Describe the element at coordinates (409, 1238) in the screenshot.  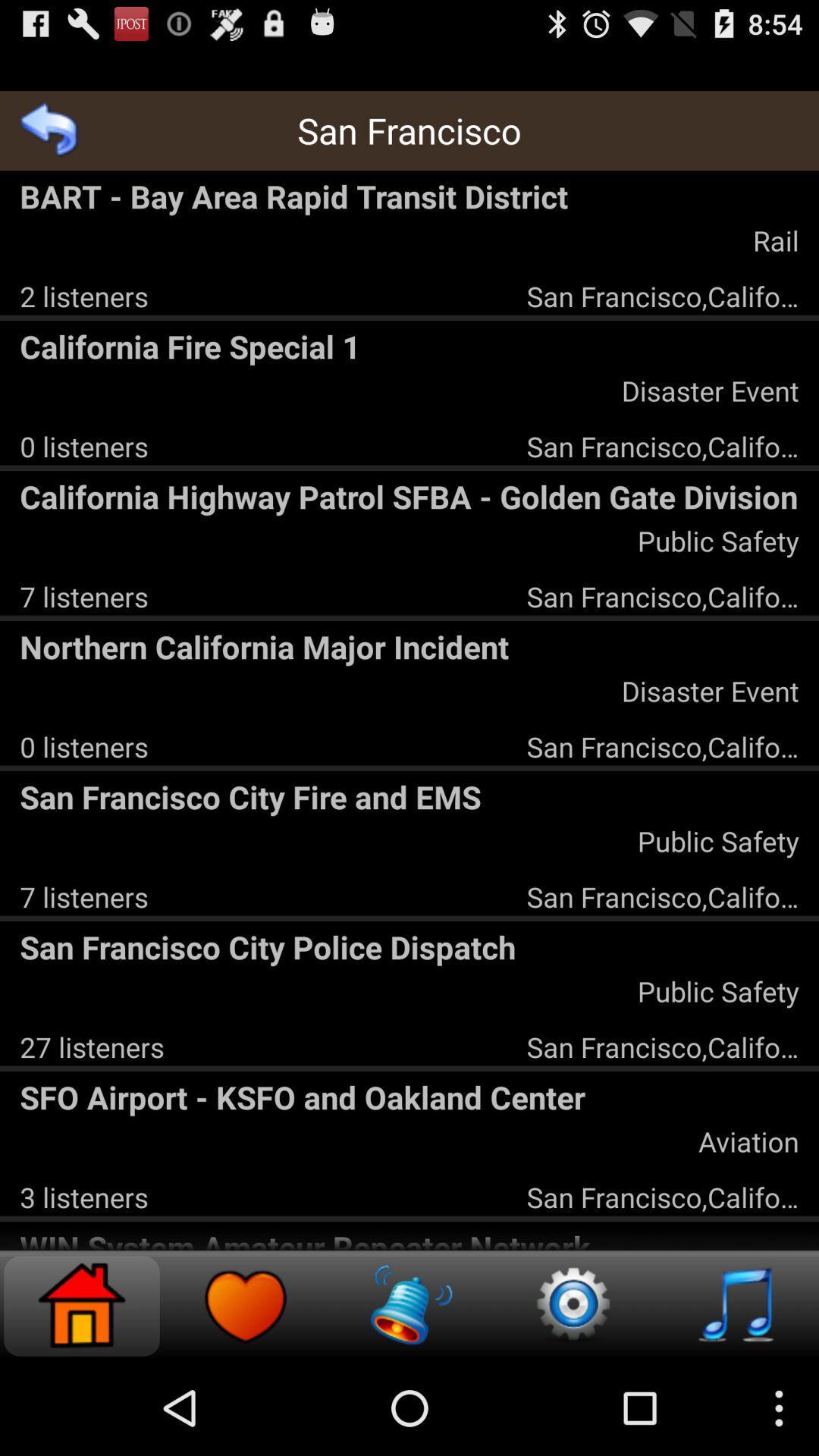
I see `the icon below the 3 listeners icon` at that location.